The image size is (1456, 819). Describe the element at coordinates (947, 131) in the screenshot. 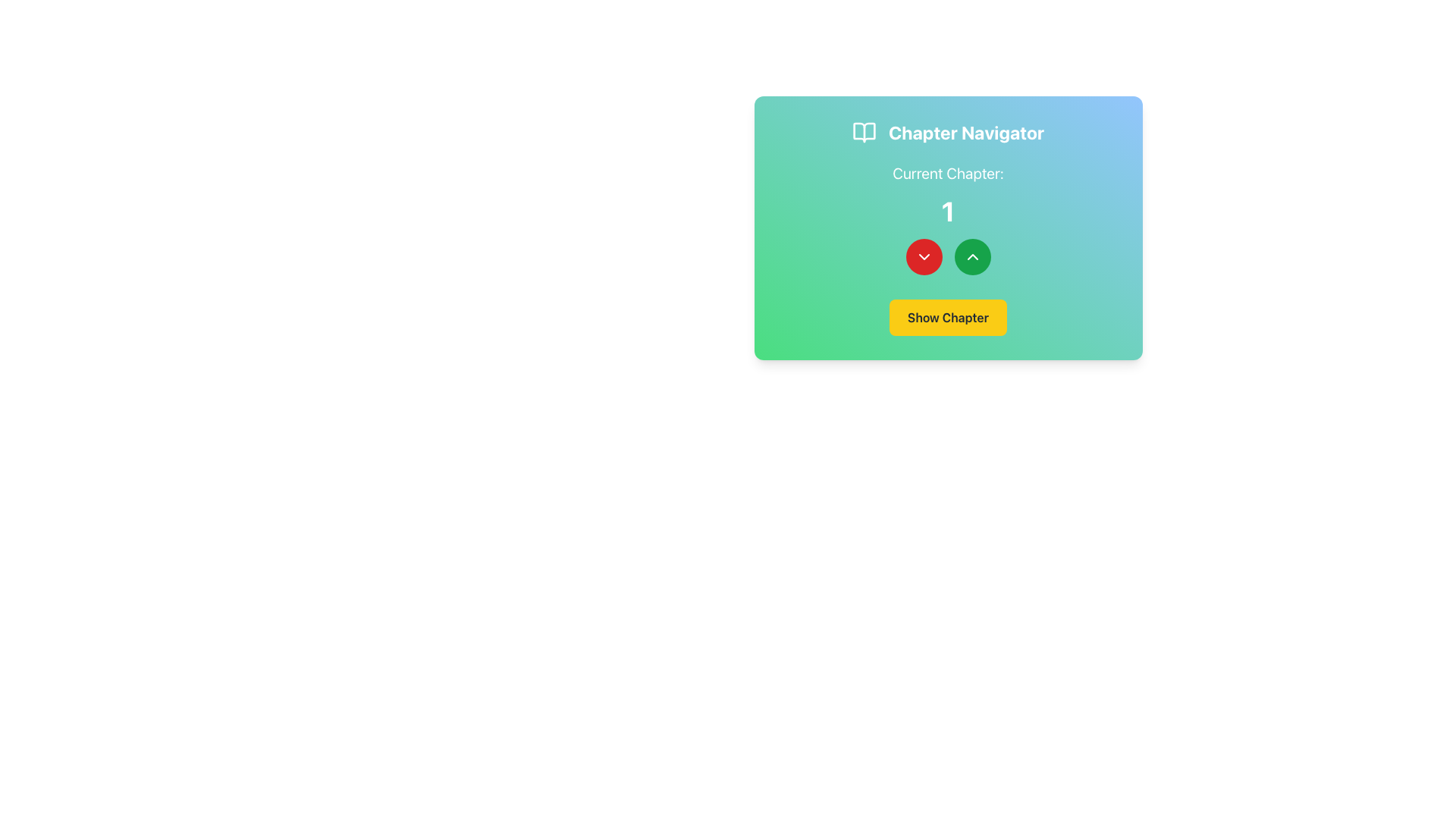

I see `the 'Chapter Navigator' text label or the accompanying open book icon for potential interactions` at that location.